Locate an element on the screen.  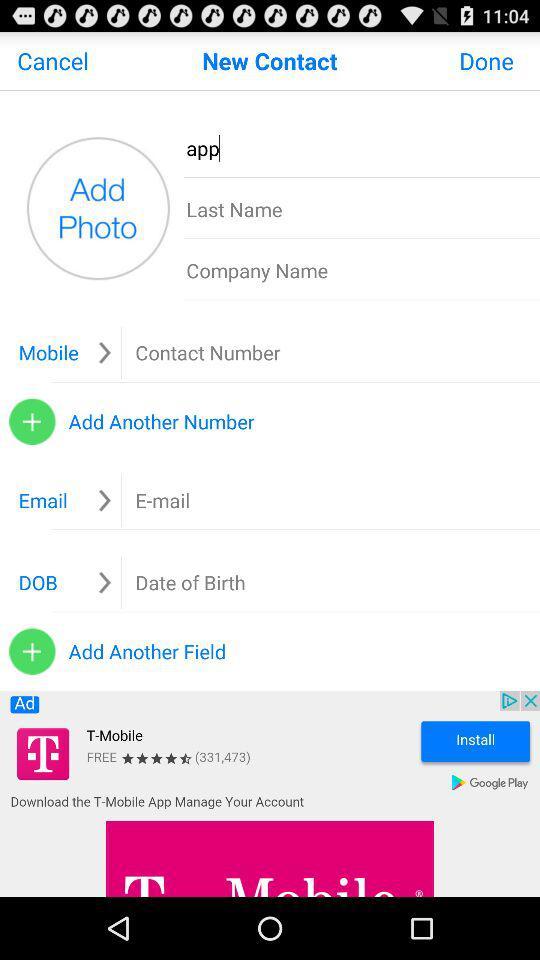
for adverisment is located at coordinates (270, 794).